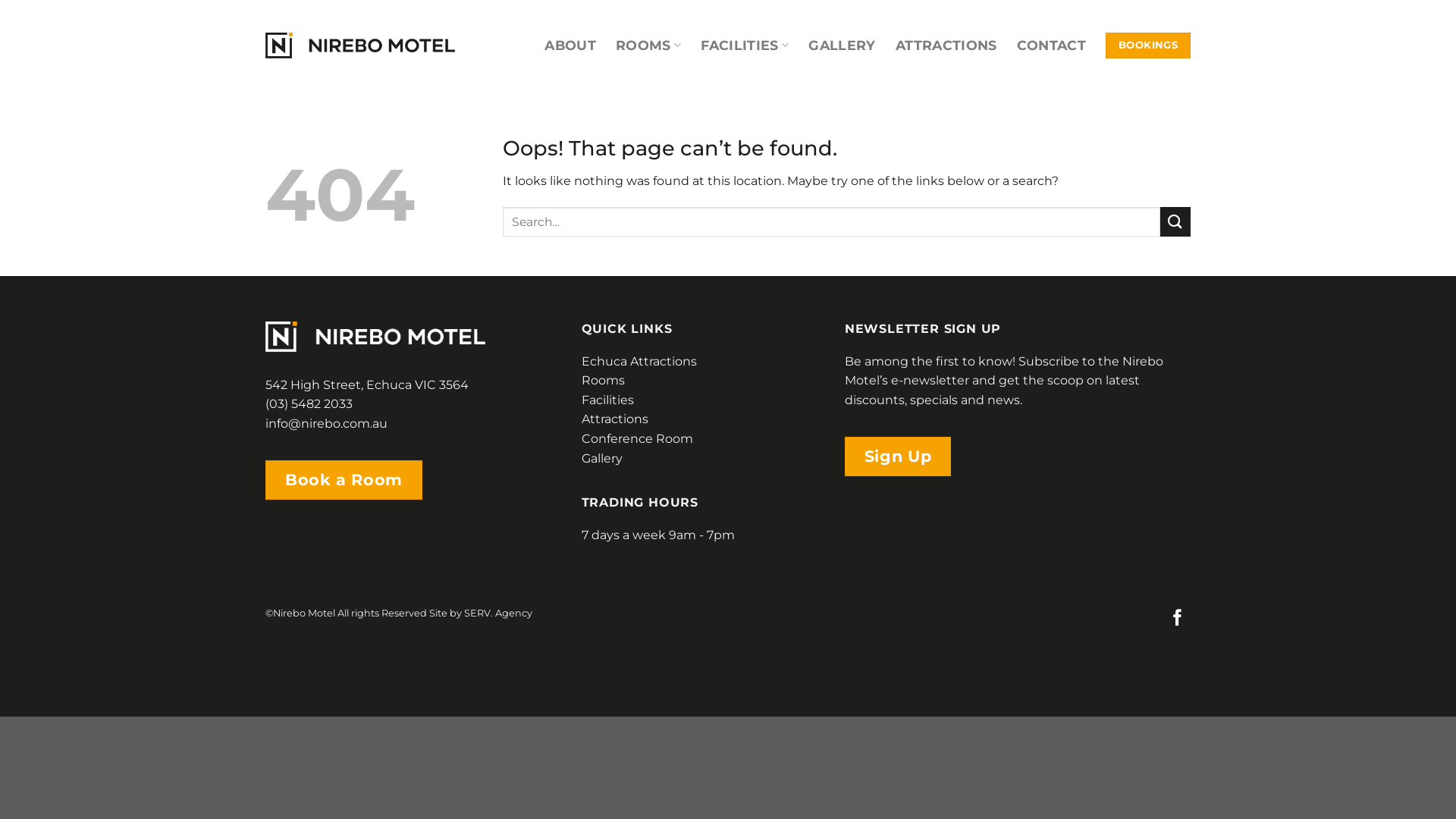  I want to click on 'Facilities', so click(607, 399).